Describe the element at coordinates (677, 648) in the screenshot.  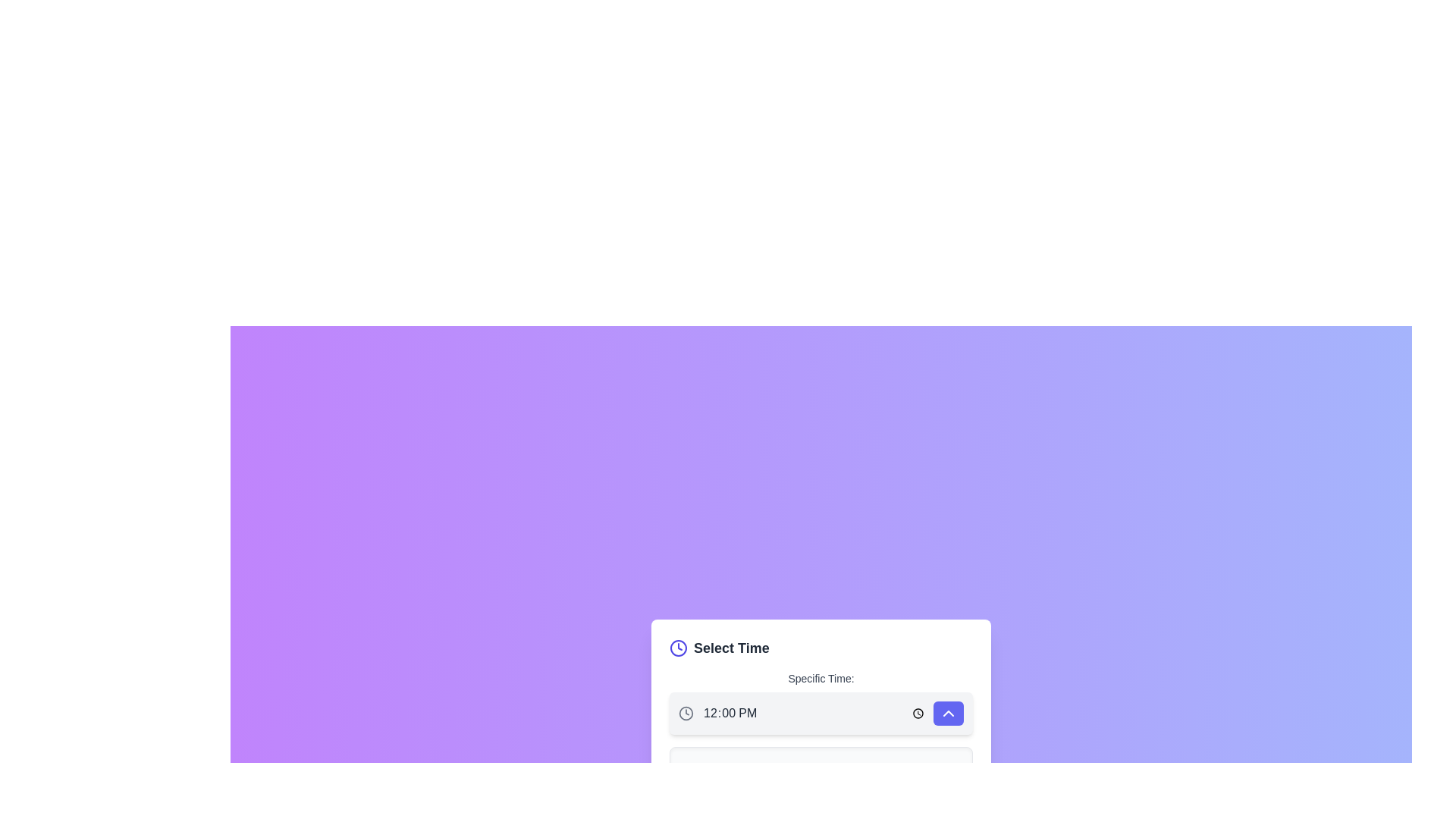
I see `the circular SVG element that represents the outline of the clock icon` at that location.